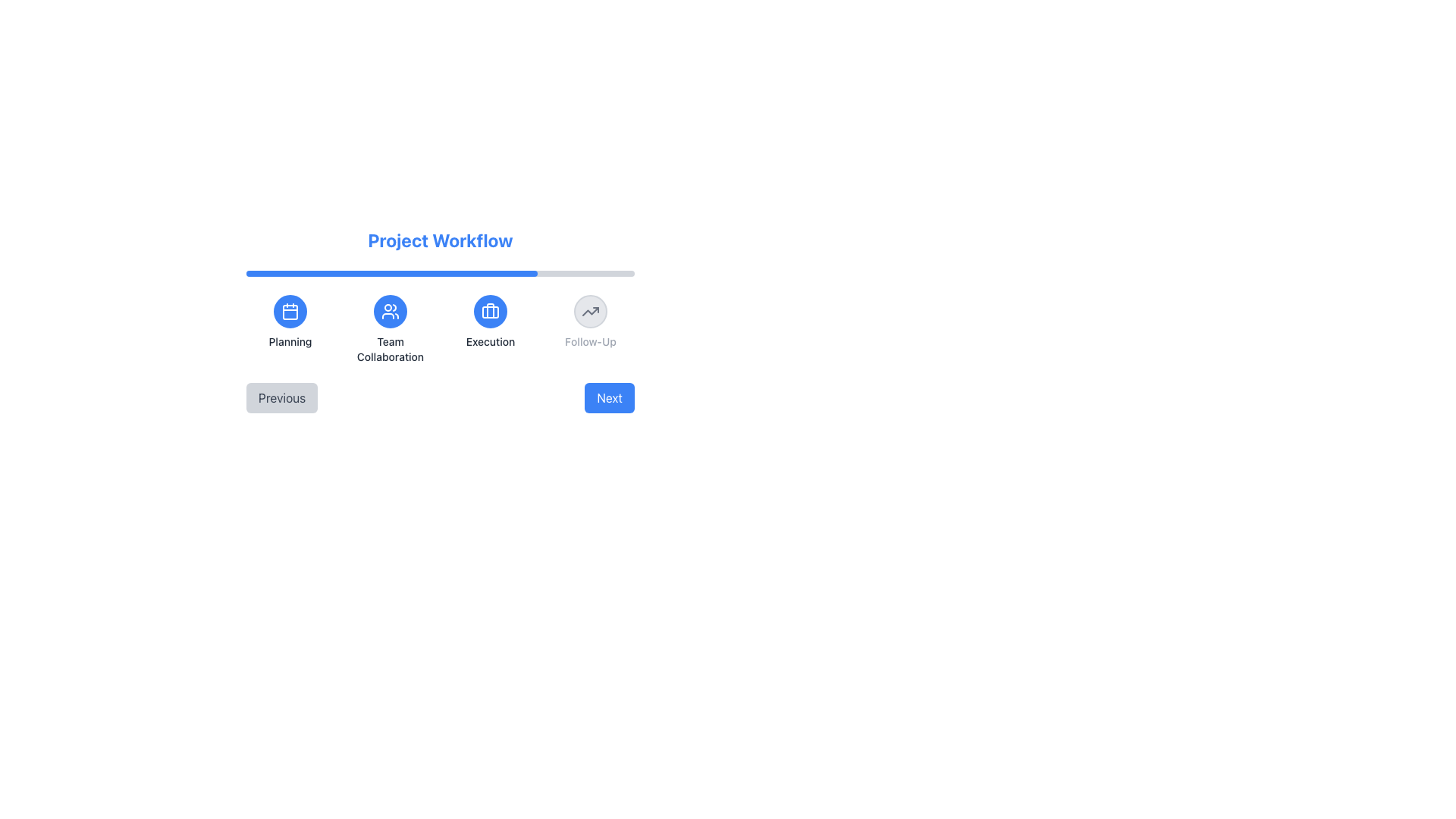  Describe the element at coordinates (589, 311) in the screenshot. I see `the circular icon with a light gray background and an upward trending dark gray arrow, which is located adjacent to the text 'Follow-Up' in the workflow progression section` at that location.